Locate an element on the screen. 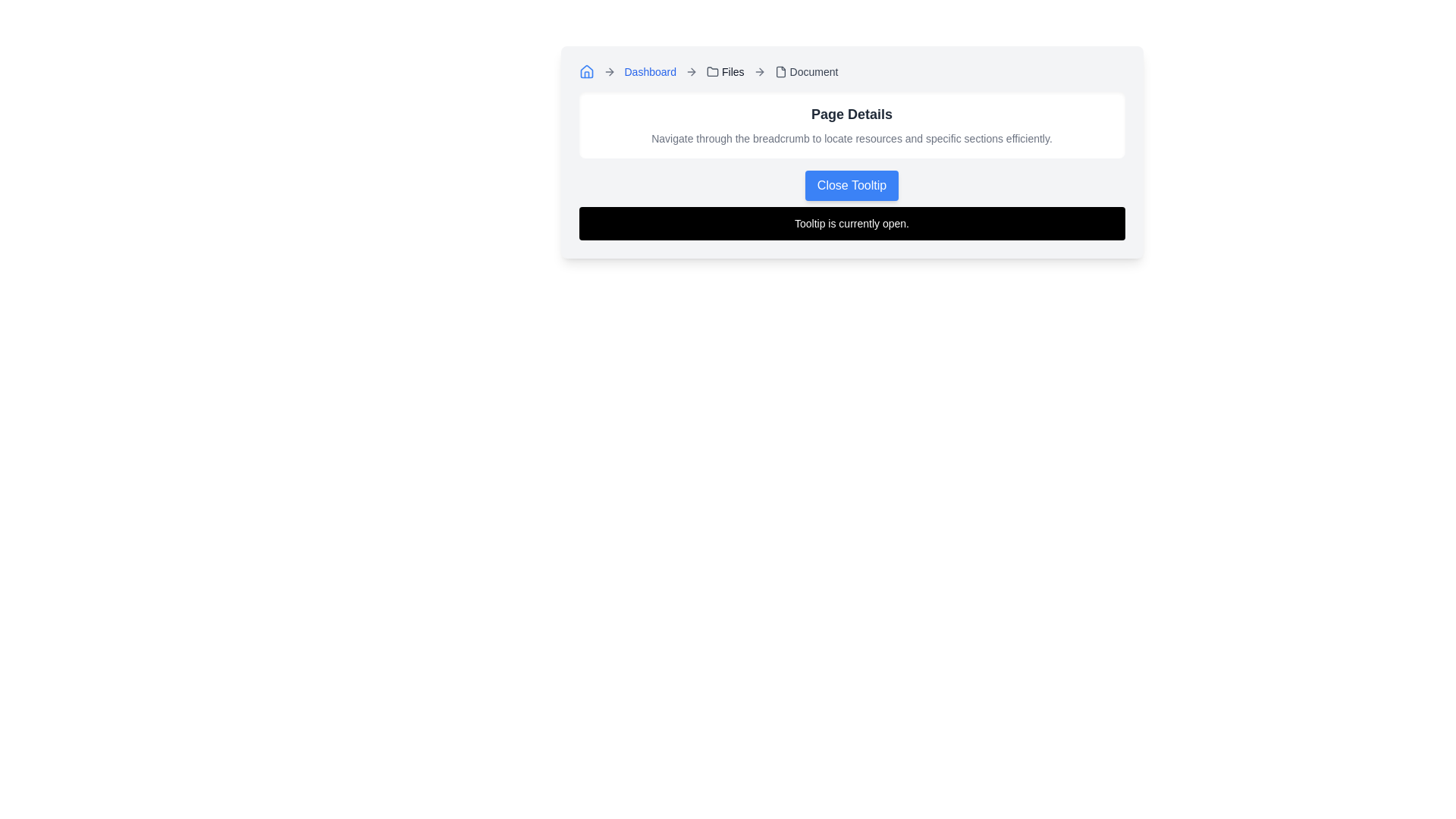  text of the 'Files' label, which is a small, medium-weight sans-serif text located in the breadcrumb navigation under the folder icon is located at coordinates (733, 72).